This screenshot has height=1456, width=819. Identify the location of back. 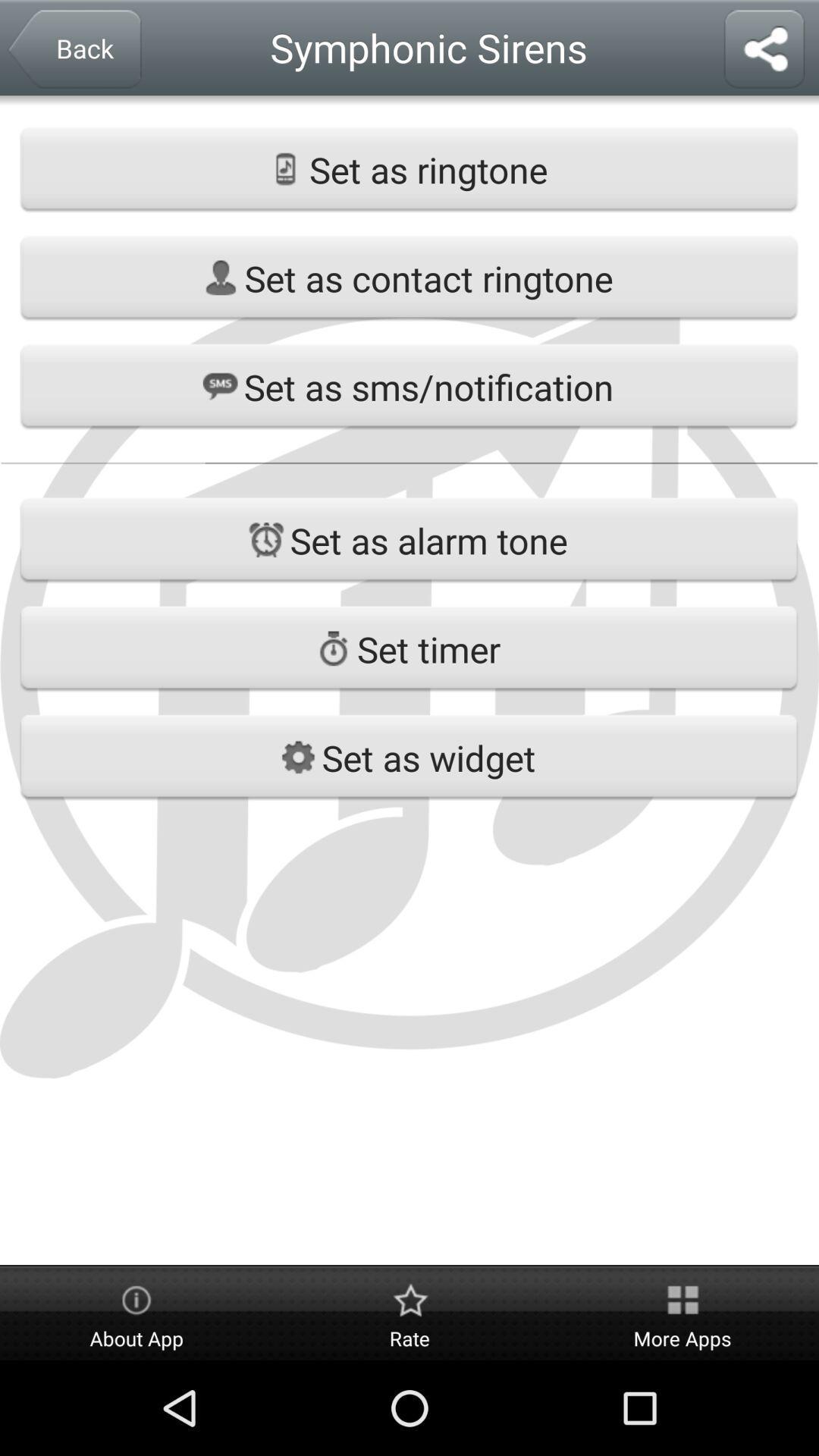
(74, 51).